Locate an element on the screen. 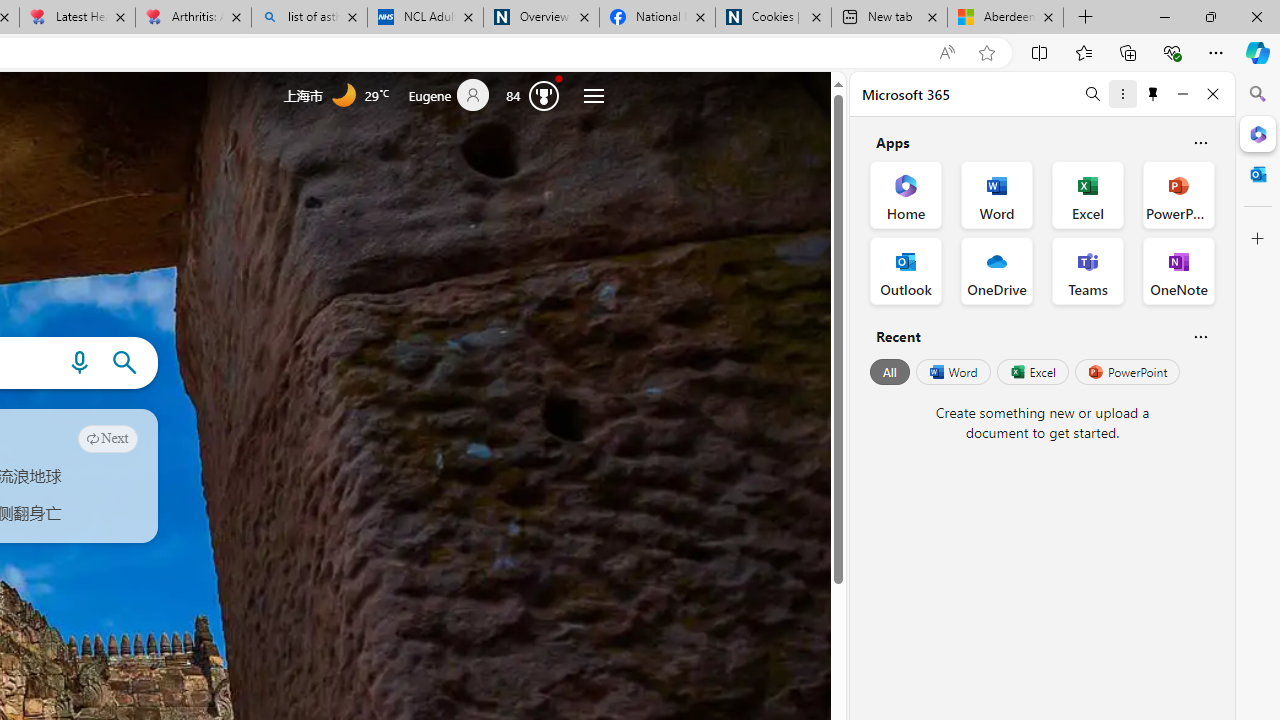 The width and height of the screenshot is (1280, 720). 'Outlook Office App' is located at coordinates (905, 271).